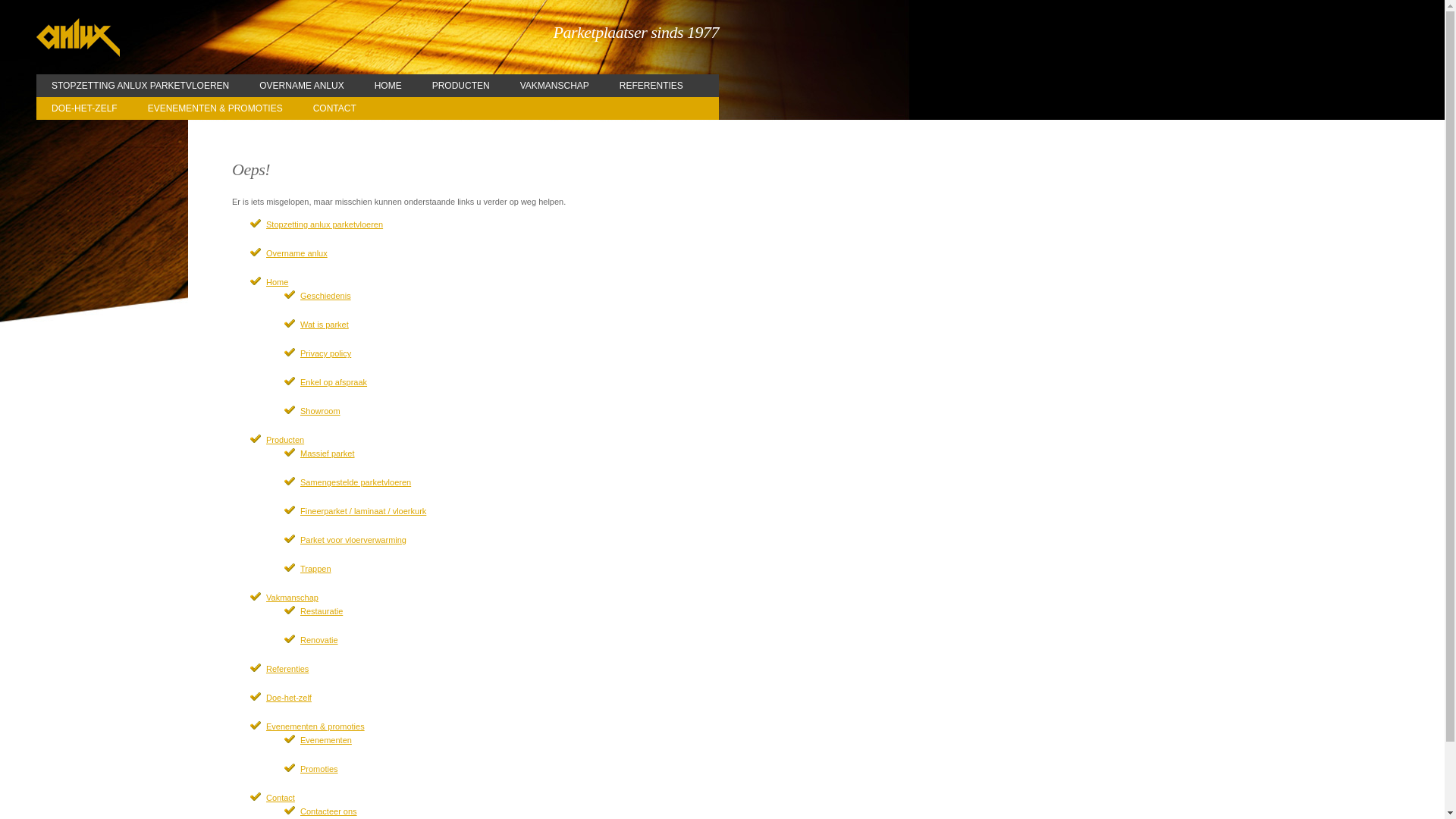 The width and height of the screenshot is (1456, 819). What do you see at coordinates (320, 610) in the screenshot?
I see `'Restauratie'` at bounding box center [320, 610].